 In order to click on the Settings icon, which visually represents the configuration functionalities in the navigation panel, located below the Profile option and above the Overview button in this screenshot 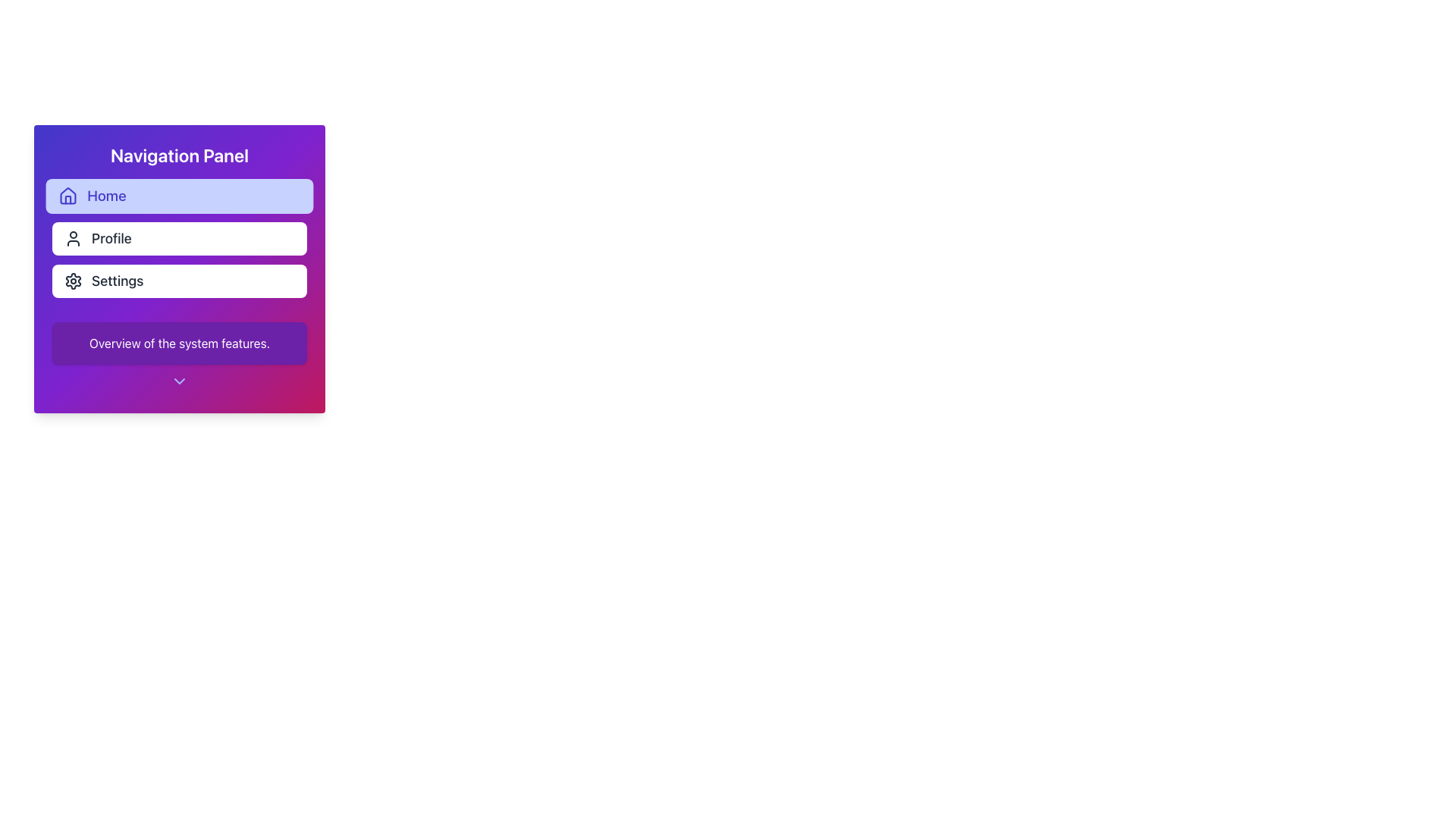, I will do `click(72, 281)`.